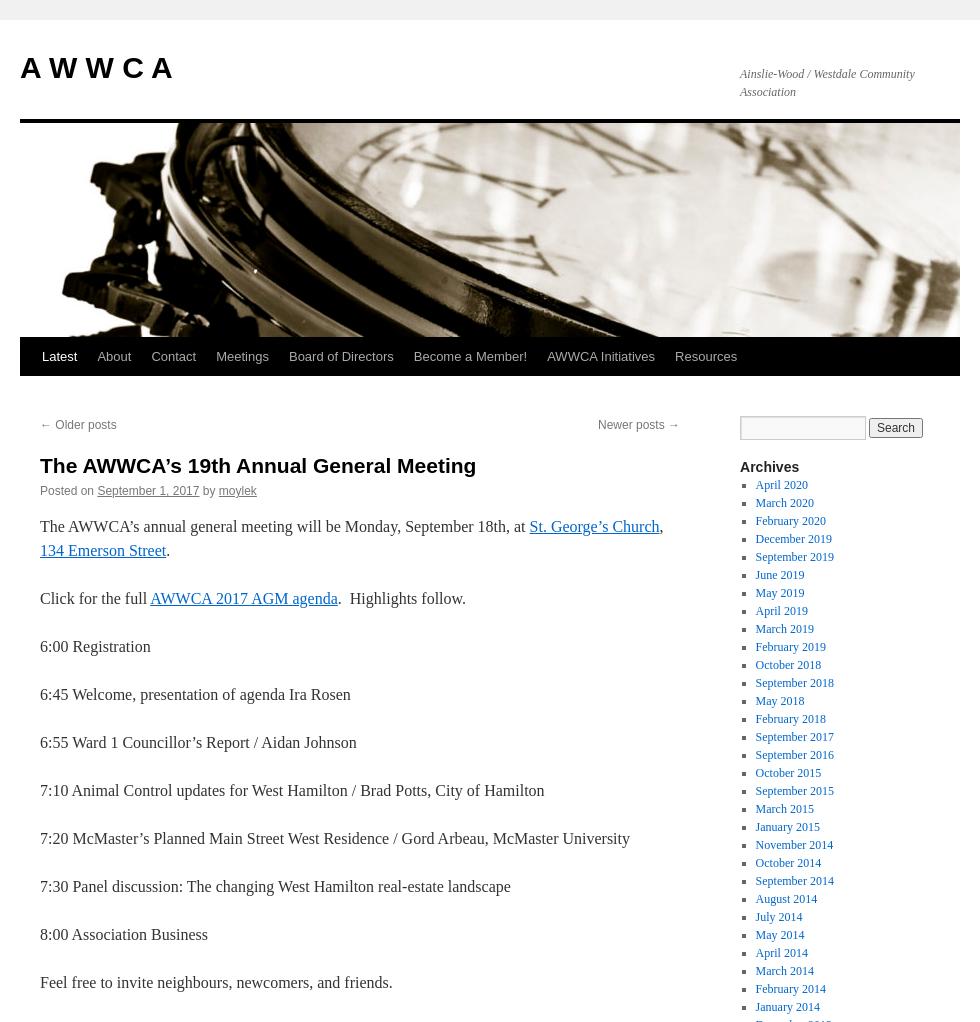 The image size is (980, 1022). What do you see at coordinates (754, 862) in the screenshot?
I see `'October 2014'` at bounding box center [754, 862].